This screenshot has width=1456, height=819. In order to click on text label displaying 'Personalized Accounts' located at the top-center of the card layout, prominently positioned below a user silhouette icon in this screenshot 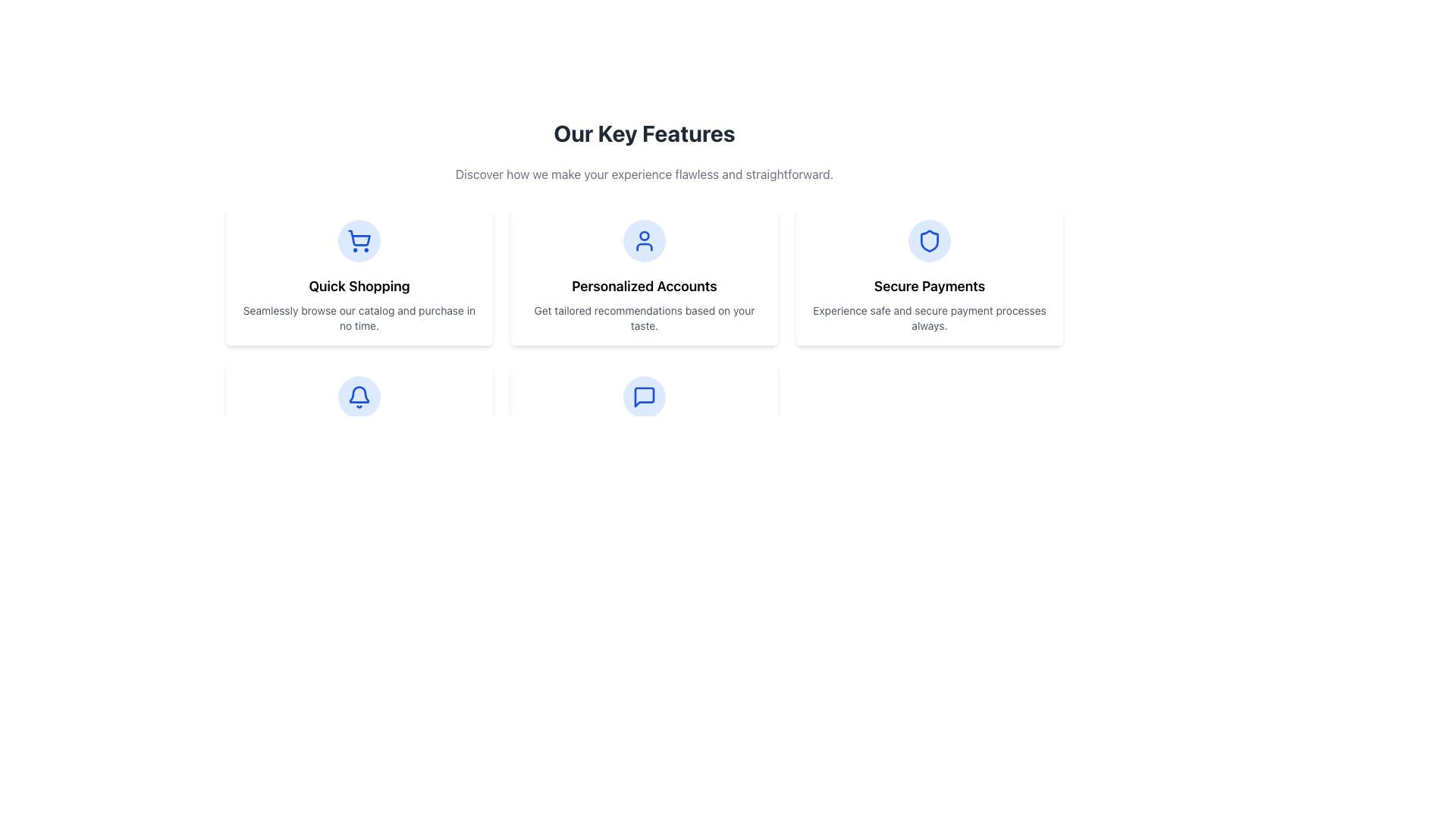, I will do `click(644, 287)`.